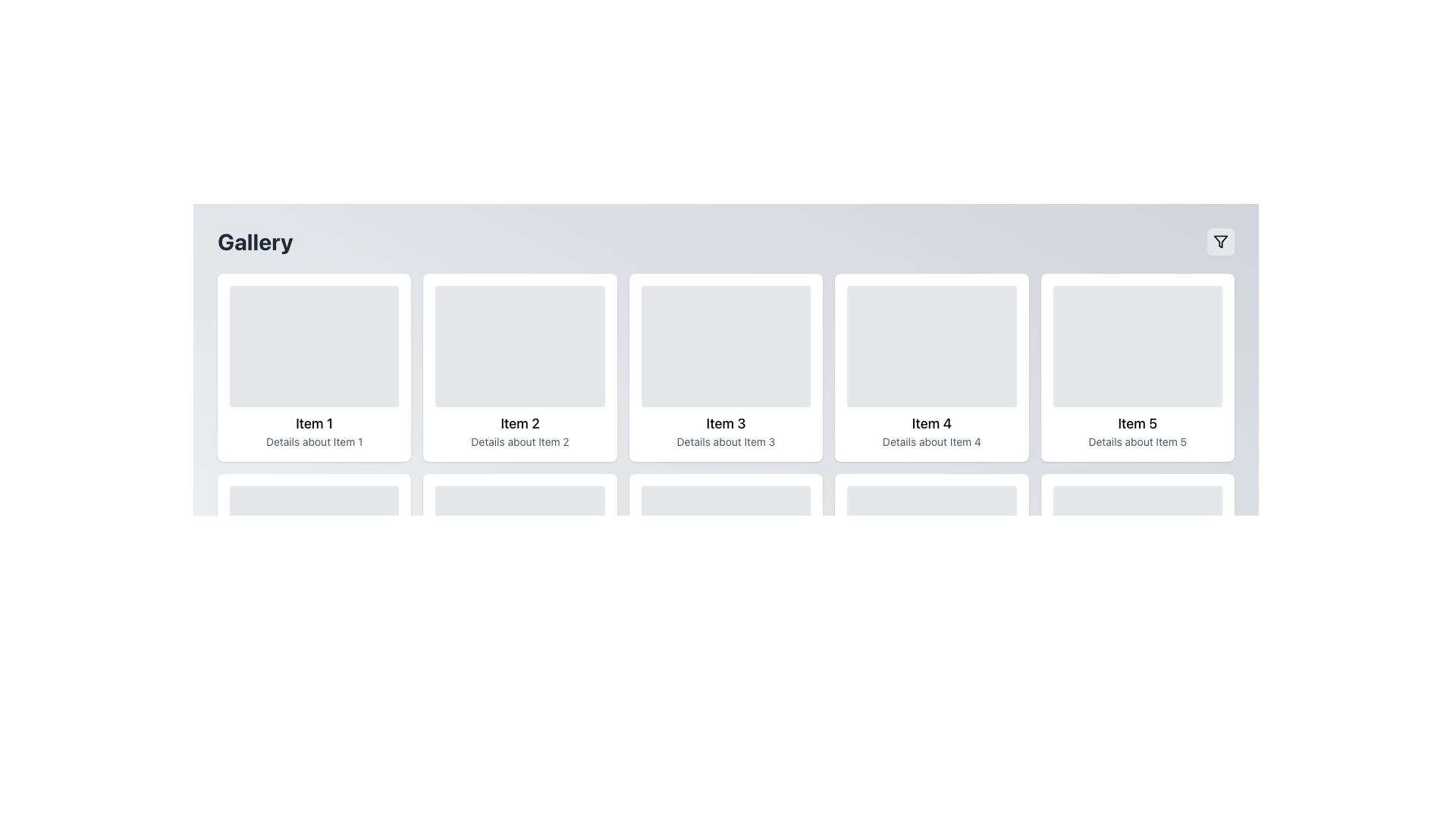  What do you see at coordinates (313, 368) in the screenshot?
I see `the first card in the grid layout` at bounding box center [313, 368].